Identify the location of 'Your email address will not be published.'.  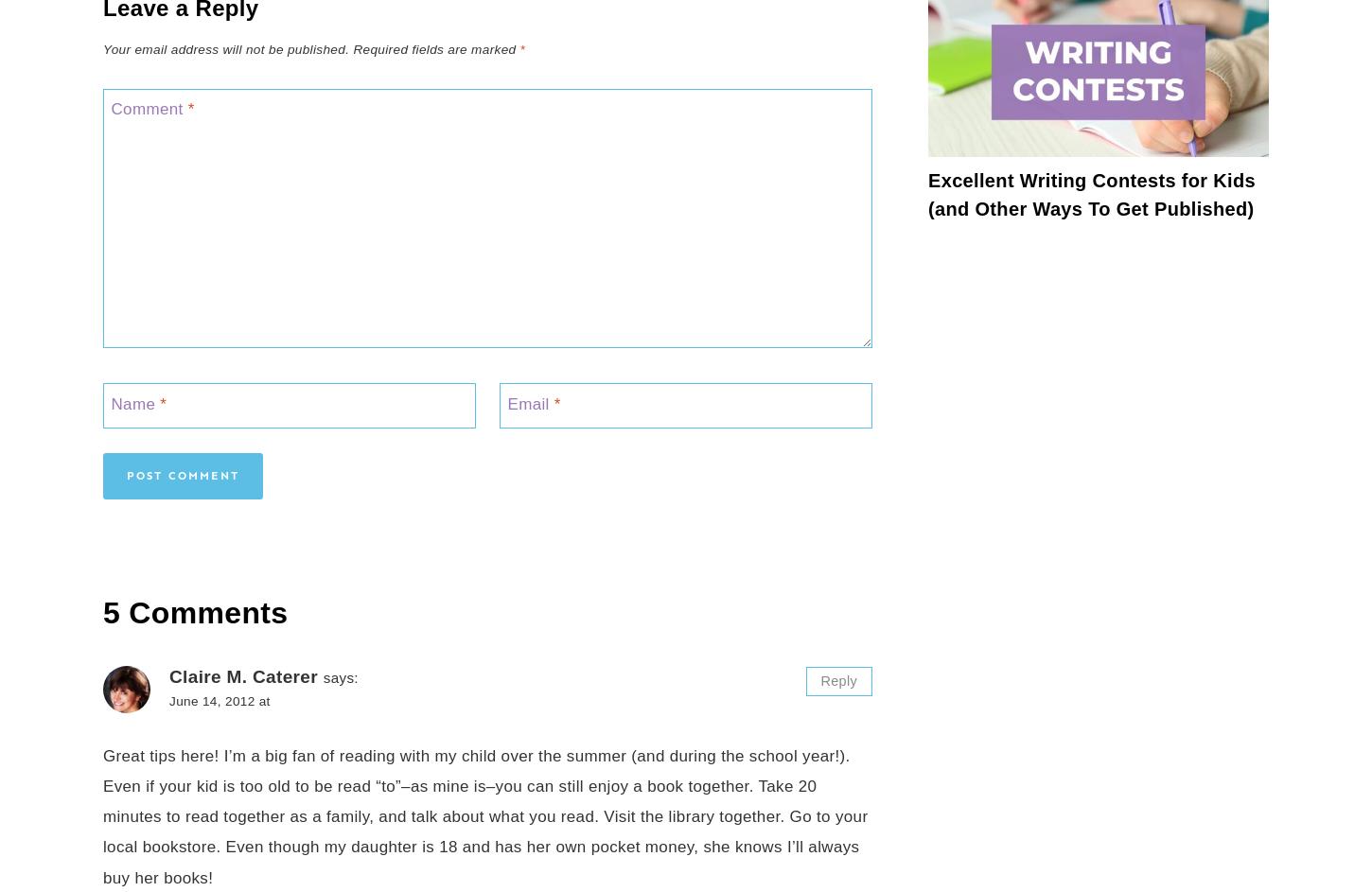
(224, 49).